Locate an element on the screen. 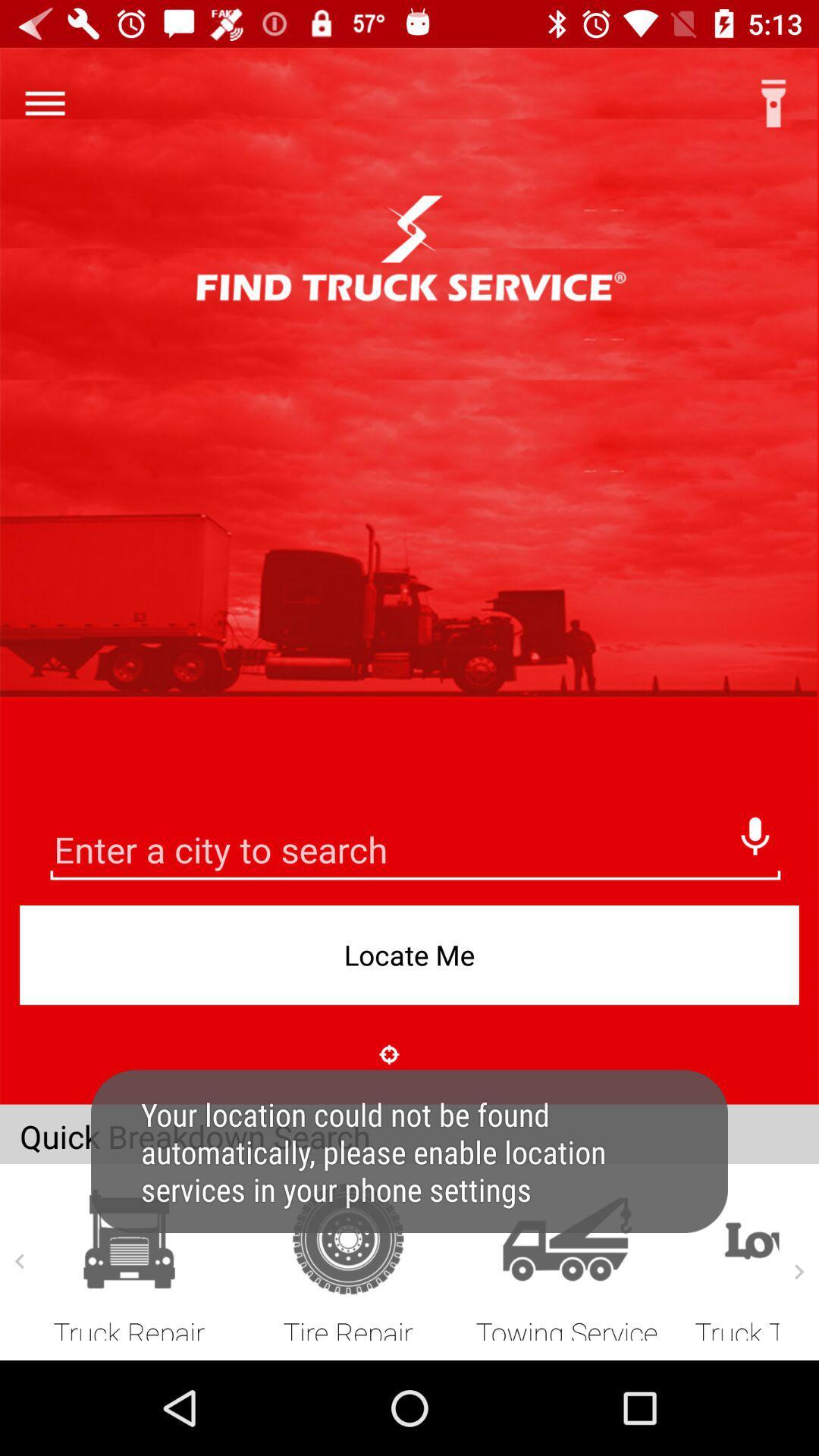 This screenshot has width=819, height=1456. search bar is located at coordinates (415, 852).